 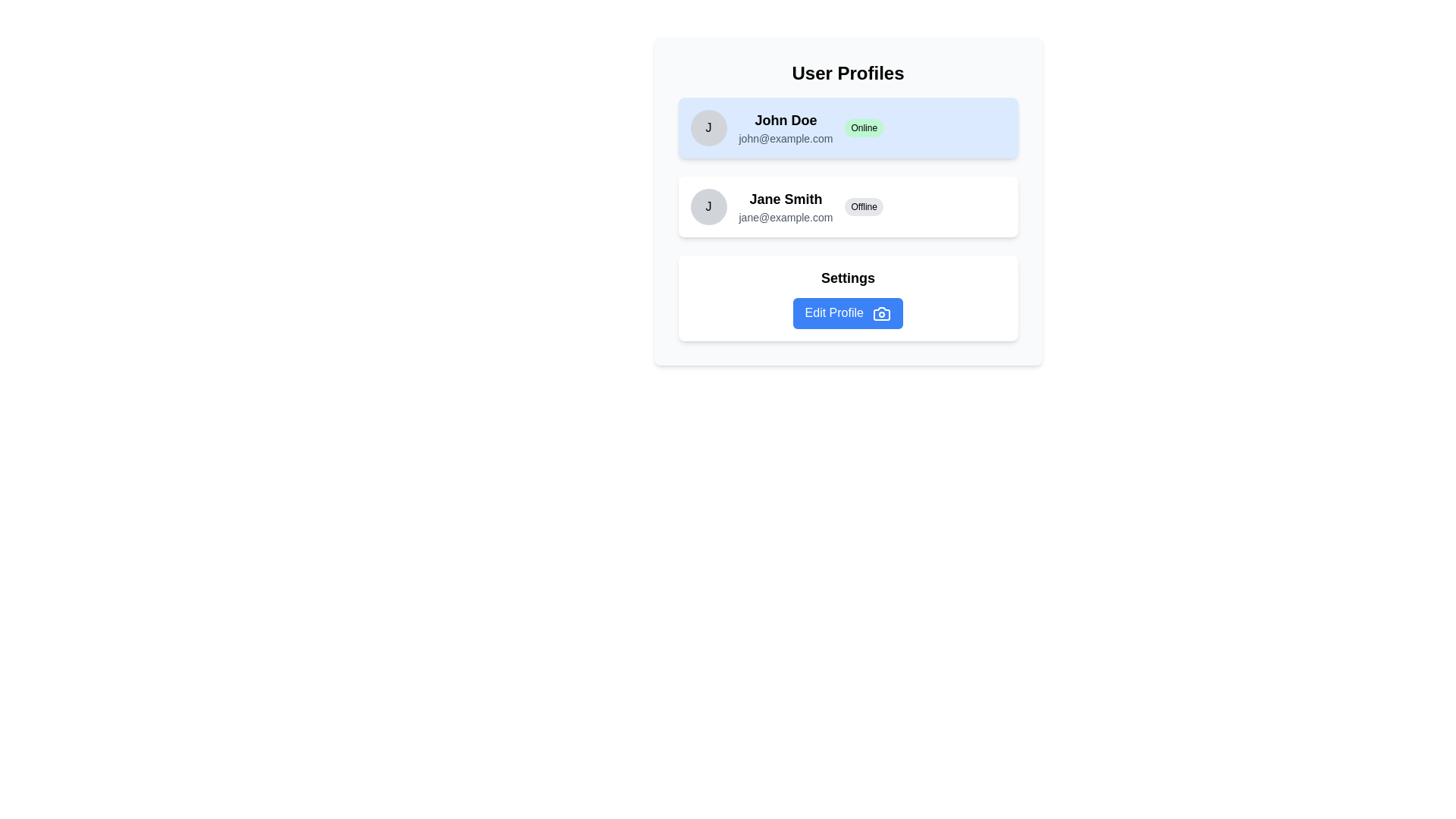 I want to click on the 'Edit Profile' button located in the 'Settings' section, positioned below the 'Settings' label, so click(x=847, y=312).